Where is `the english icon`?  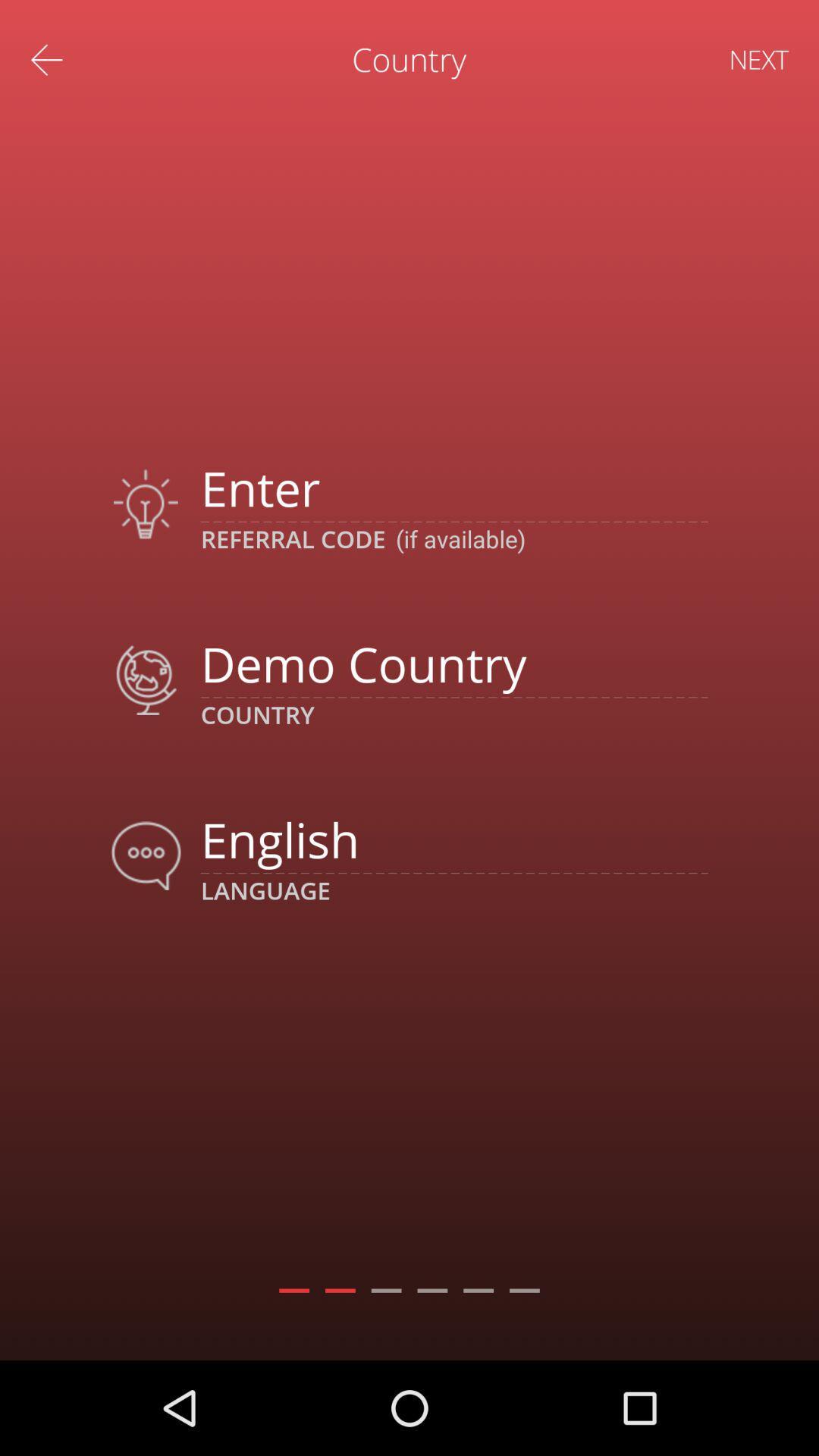
the english icon is located at coordinates (453, 839).